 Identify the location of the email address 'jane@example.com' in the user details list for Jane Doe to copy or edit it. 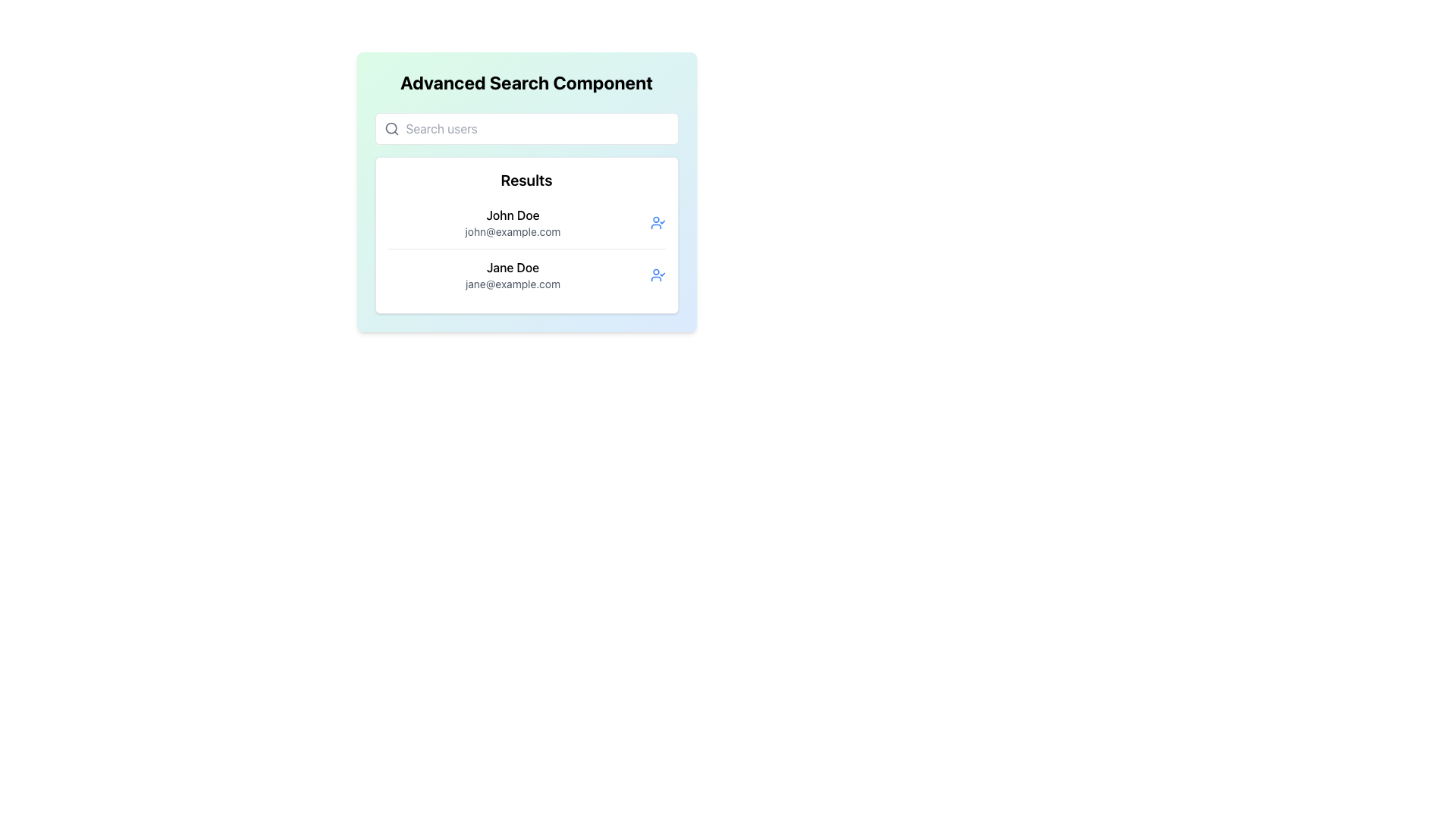
(513, 275).